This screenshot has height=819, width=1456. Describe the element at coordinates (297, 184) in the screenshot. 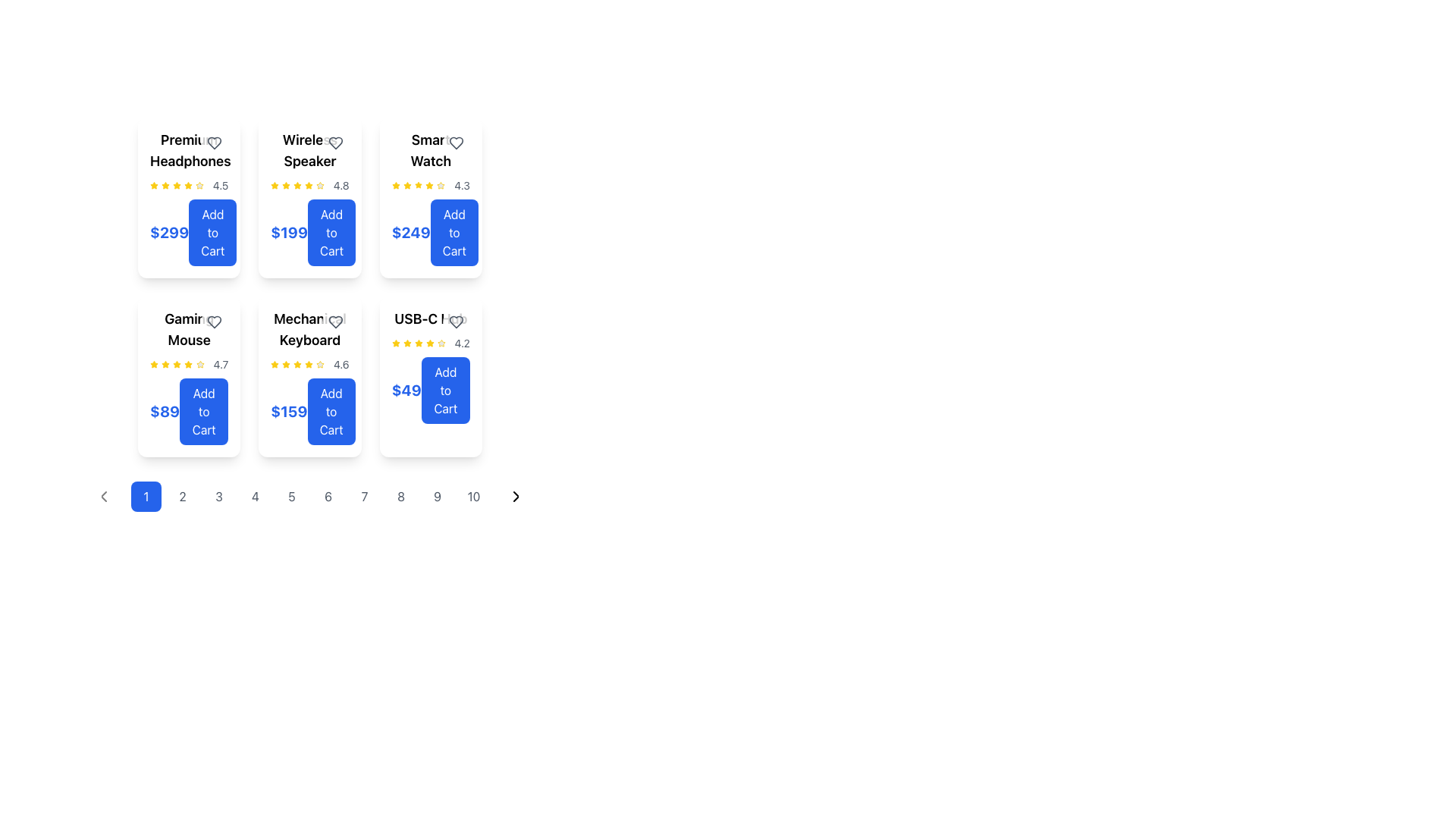

I see `the yellow star icon representing the rating for the 'Wireless Speaker' item, which is the second card from the left in the grid layout` at that location.